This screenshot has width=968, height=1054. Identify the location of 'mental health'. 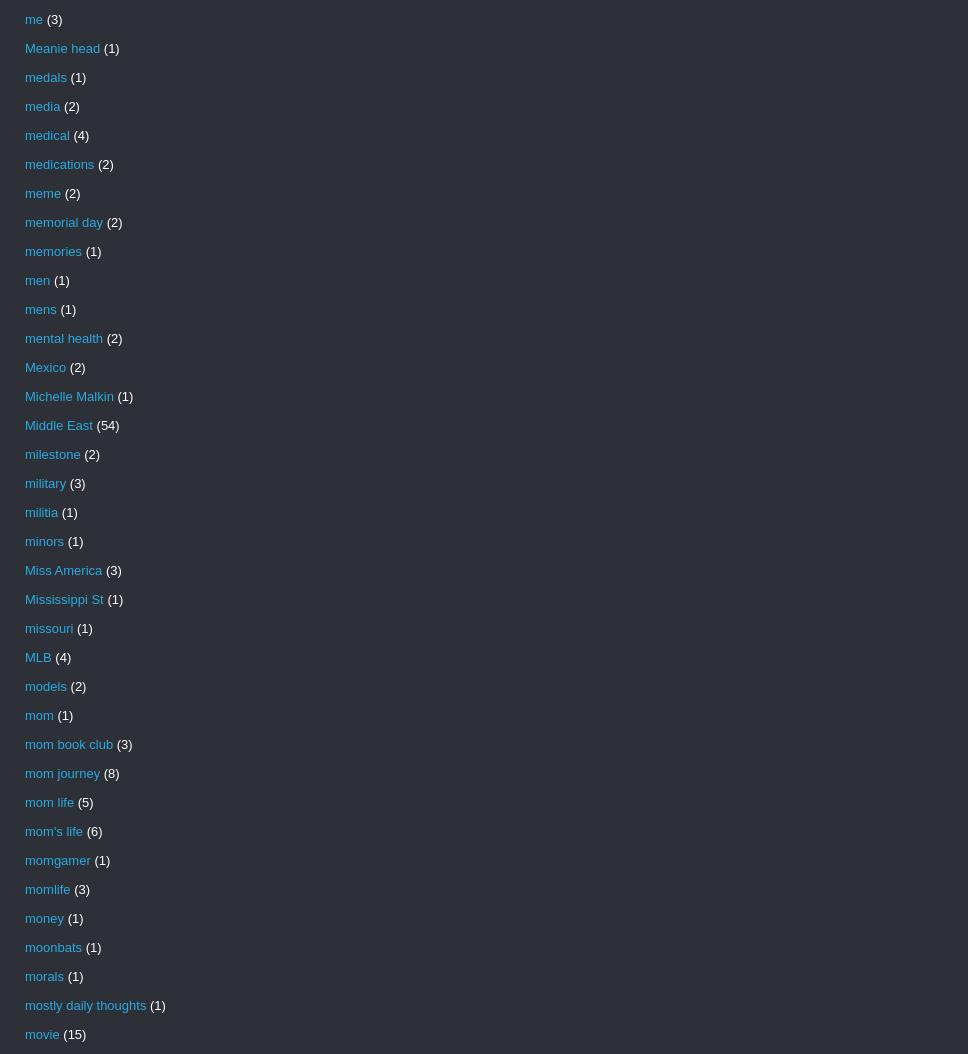
(62, 338).